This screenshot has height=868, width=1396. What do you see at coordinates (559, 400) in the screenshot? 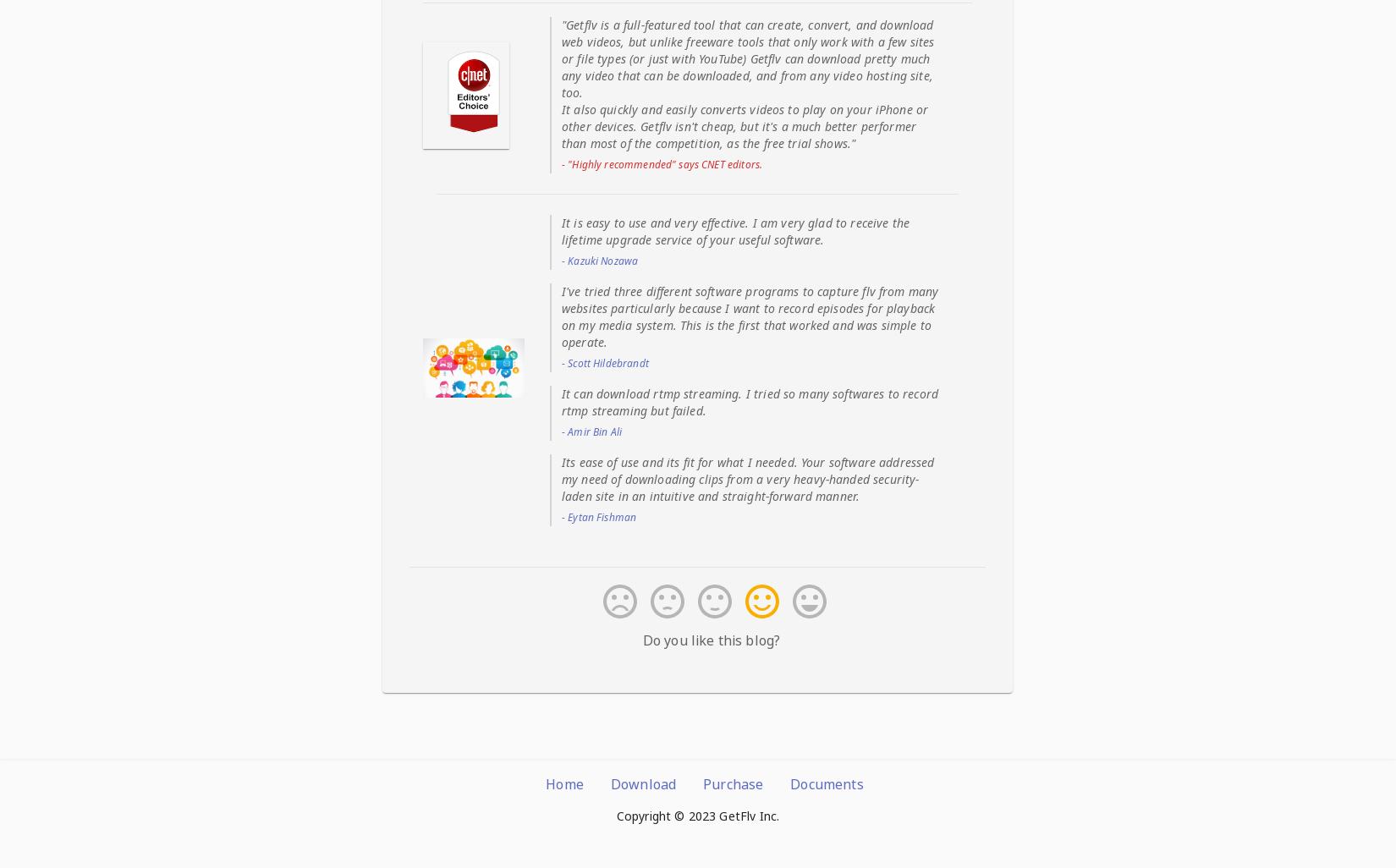
I see `'It can download rtmp streaming. I tried so many softwares to record rtmp streaming but failed.'` at bounding box center [559, 400].